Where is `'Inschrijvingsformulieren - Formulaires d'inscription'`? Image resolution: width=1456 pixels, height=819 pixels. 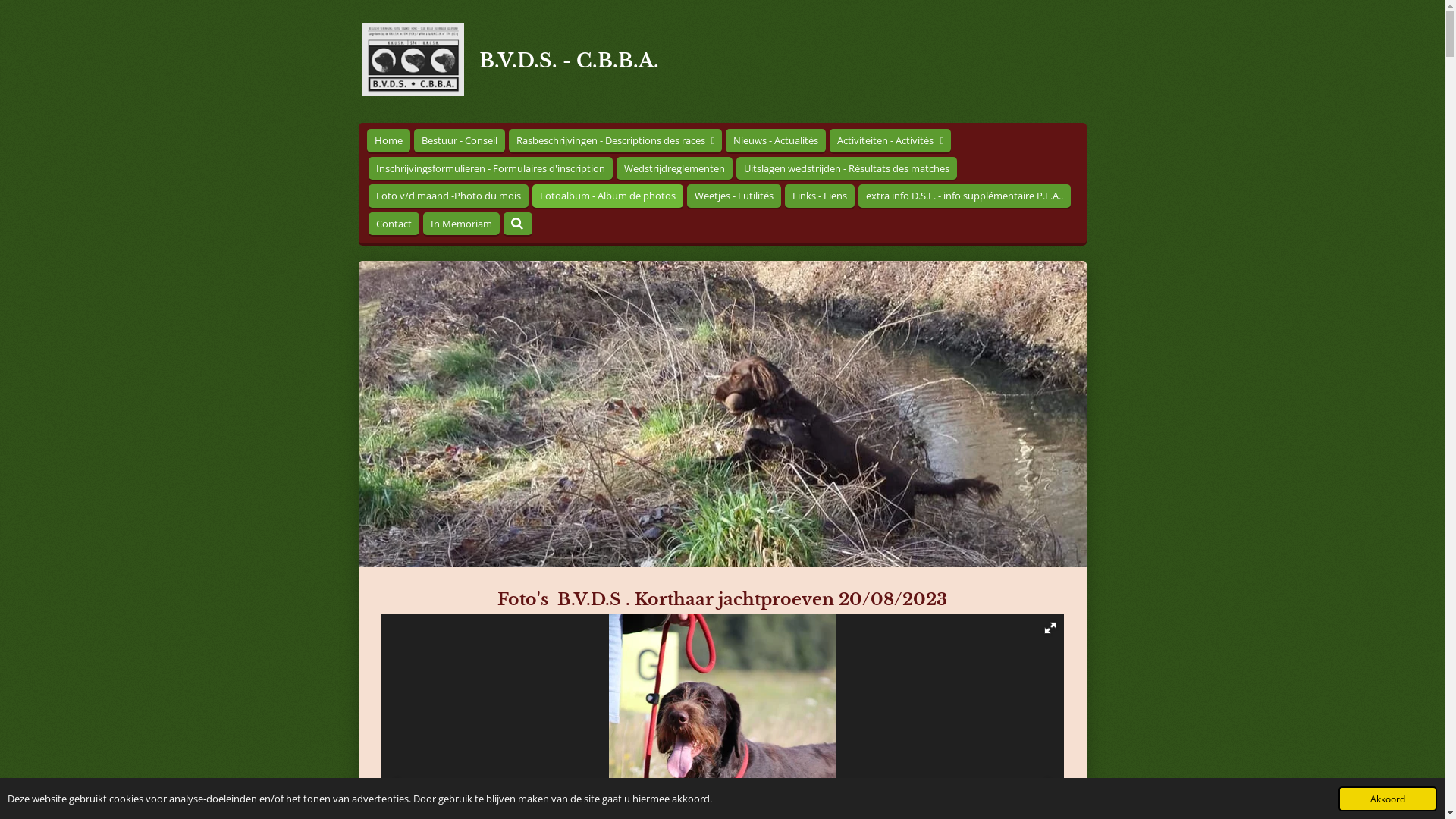 'Inschrijvingsformulieren - Formulaires d'inscription' is located at coordinates (491, 168).